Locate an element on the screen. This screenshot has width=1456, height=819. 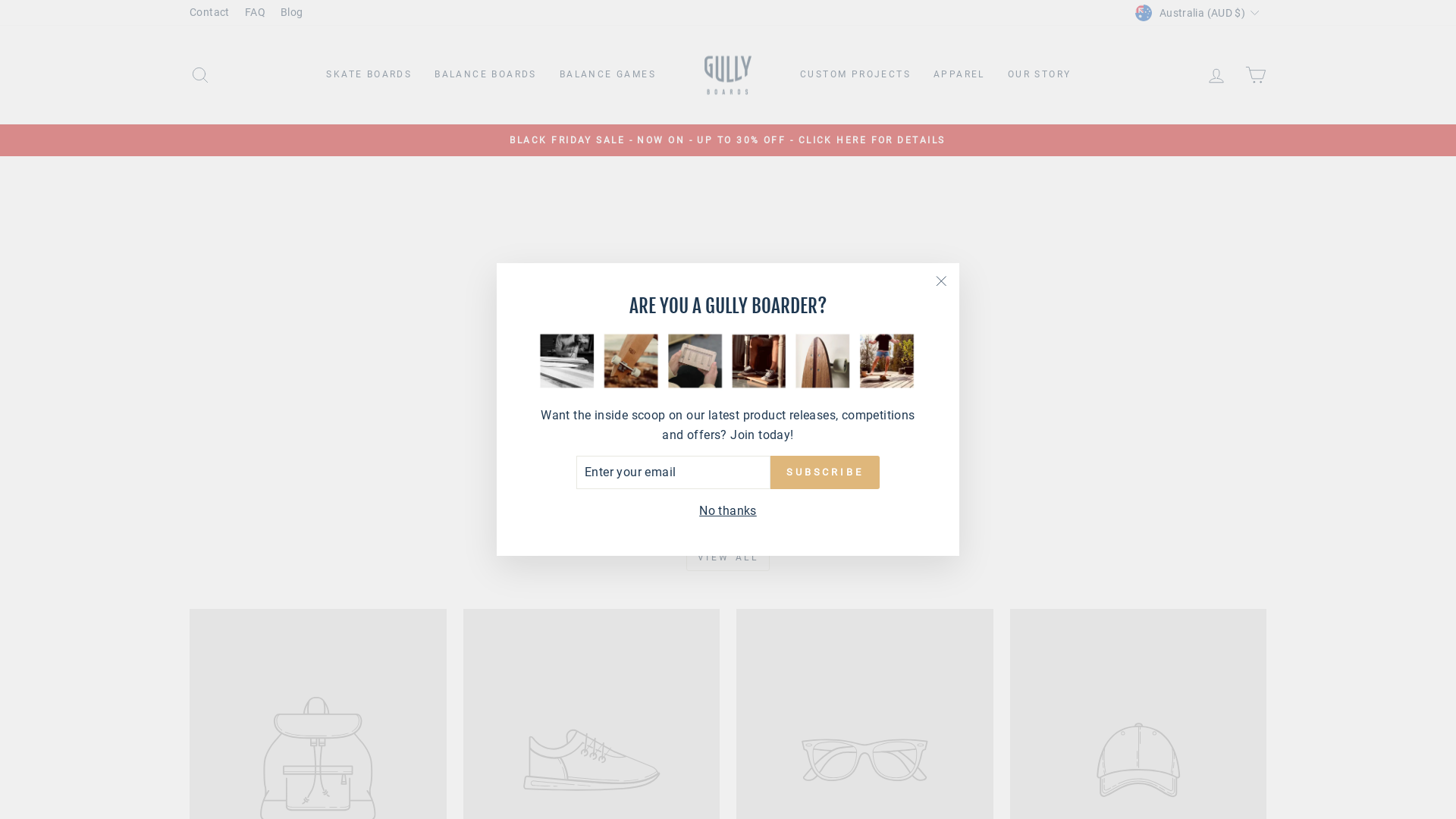
'Australia (AUD $)' is located at coordinates (1197, 12).